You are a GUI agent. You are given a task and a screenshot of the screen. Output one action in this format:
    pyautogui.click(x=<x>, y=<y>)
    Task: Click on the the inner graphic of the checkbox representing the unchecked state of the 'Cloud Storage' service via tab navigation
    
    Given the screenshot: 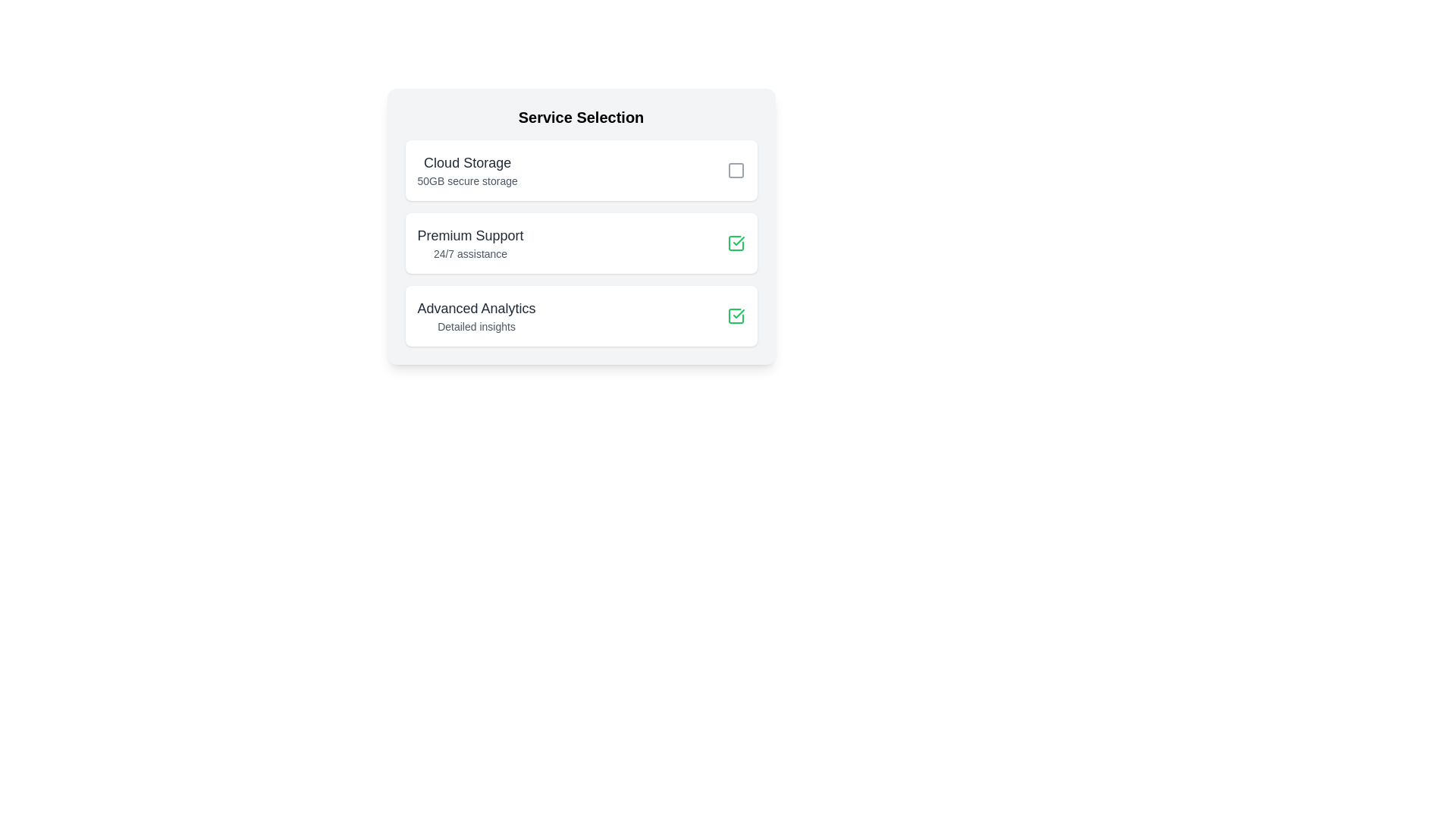 What is the action you would take?
    pyautogui.click(x=736, y=170)
    